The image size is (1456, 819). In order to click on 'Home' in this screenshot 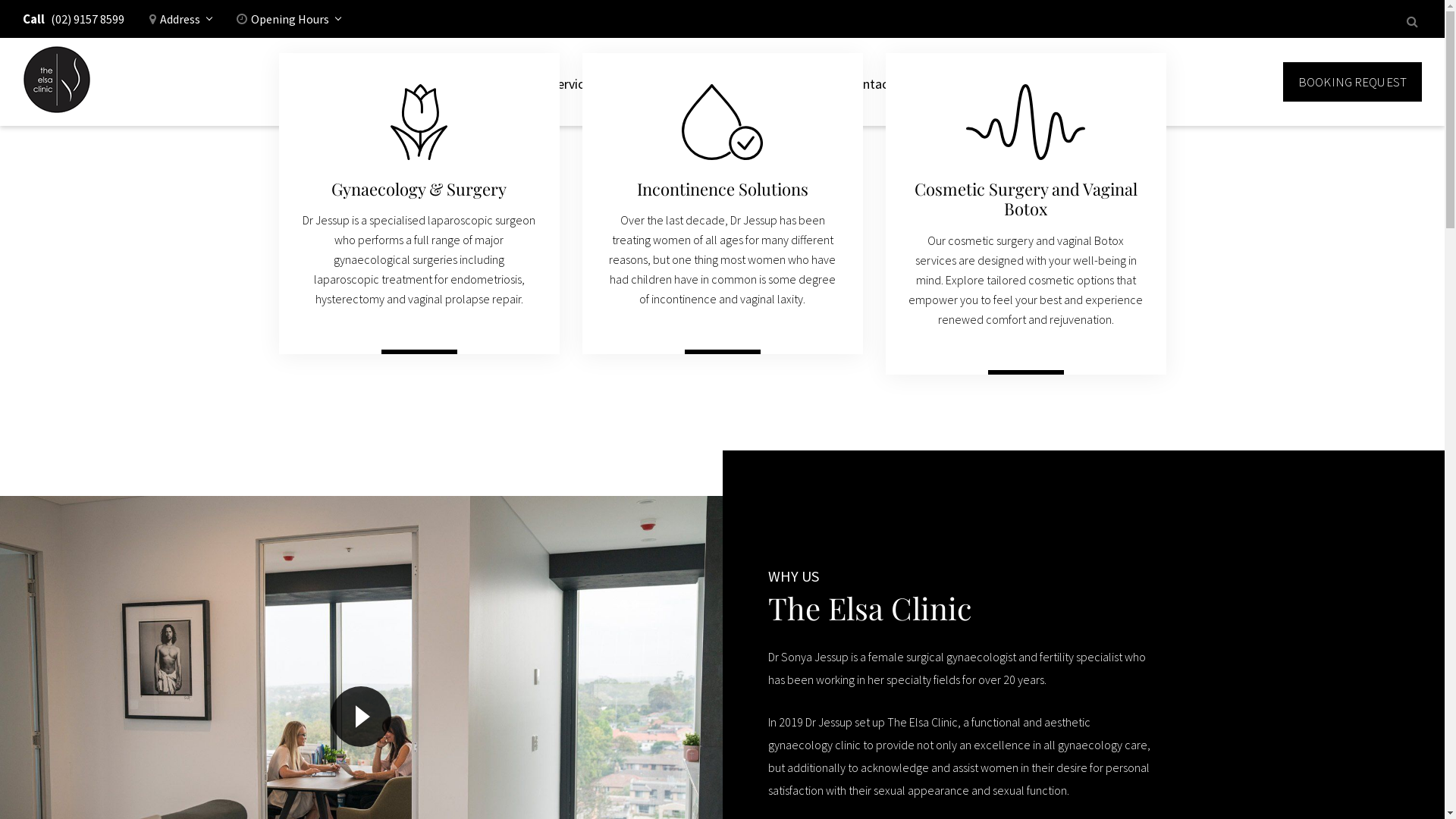, I will do `click(510, 82)`.